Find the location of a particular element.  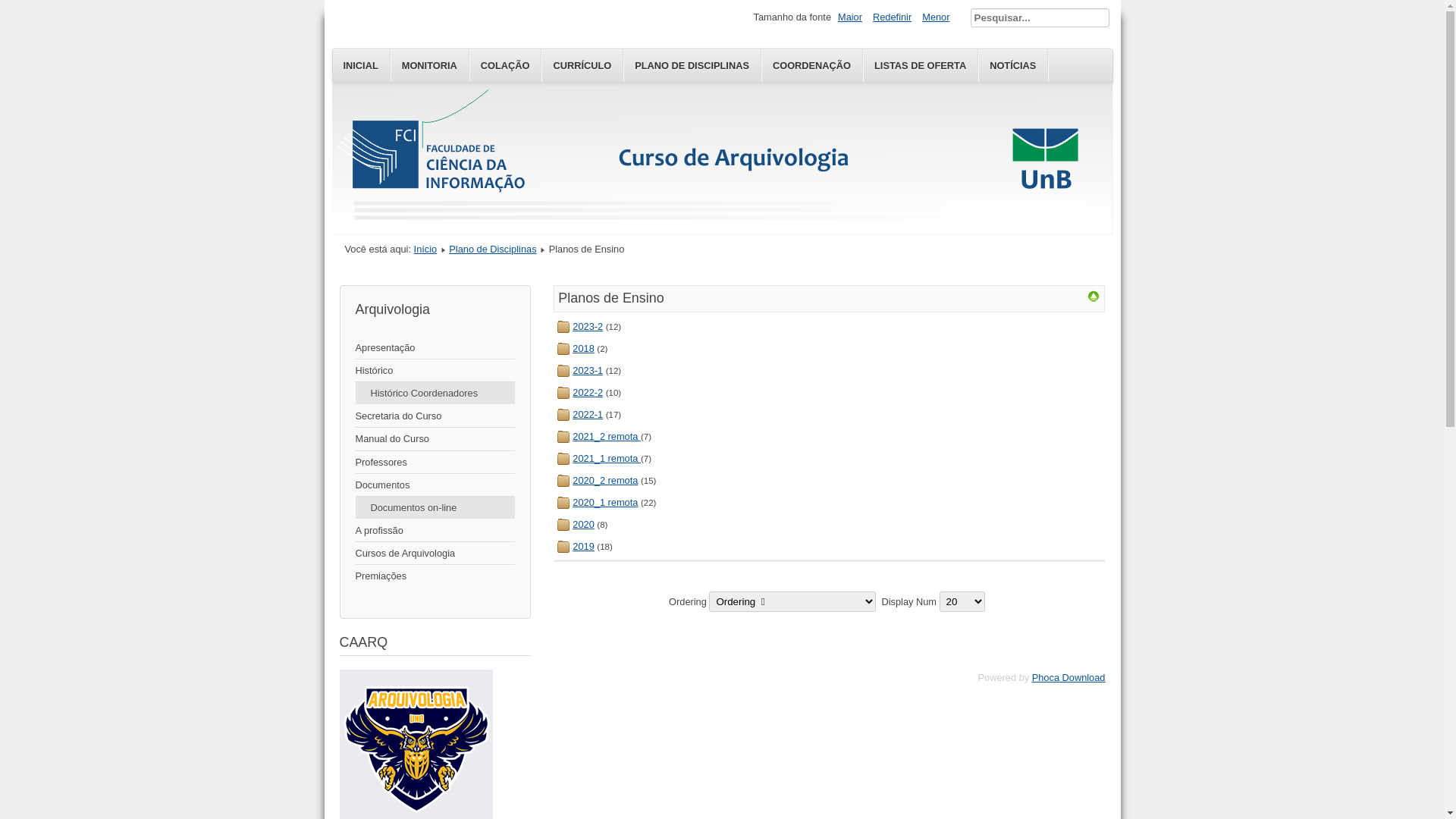

'2018' is located at coordinates (571, 348).